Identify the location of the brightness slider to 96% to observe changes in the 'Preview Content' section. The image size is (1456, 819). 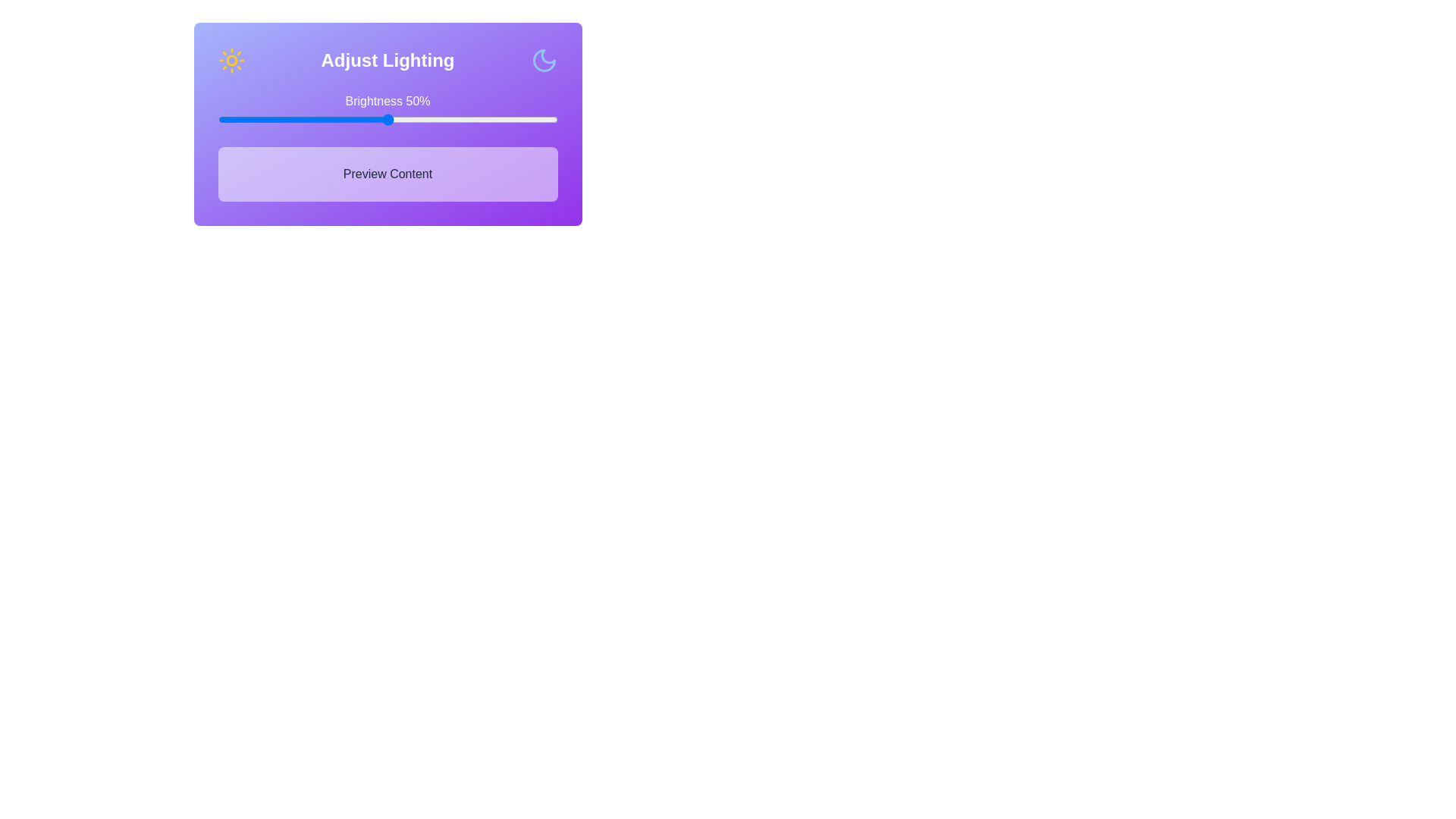
(544, 119).